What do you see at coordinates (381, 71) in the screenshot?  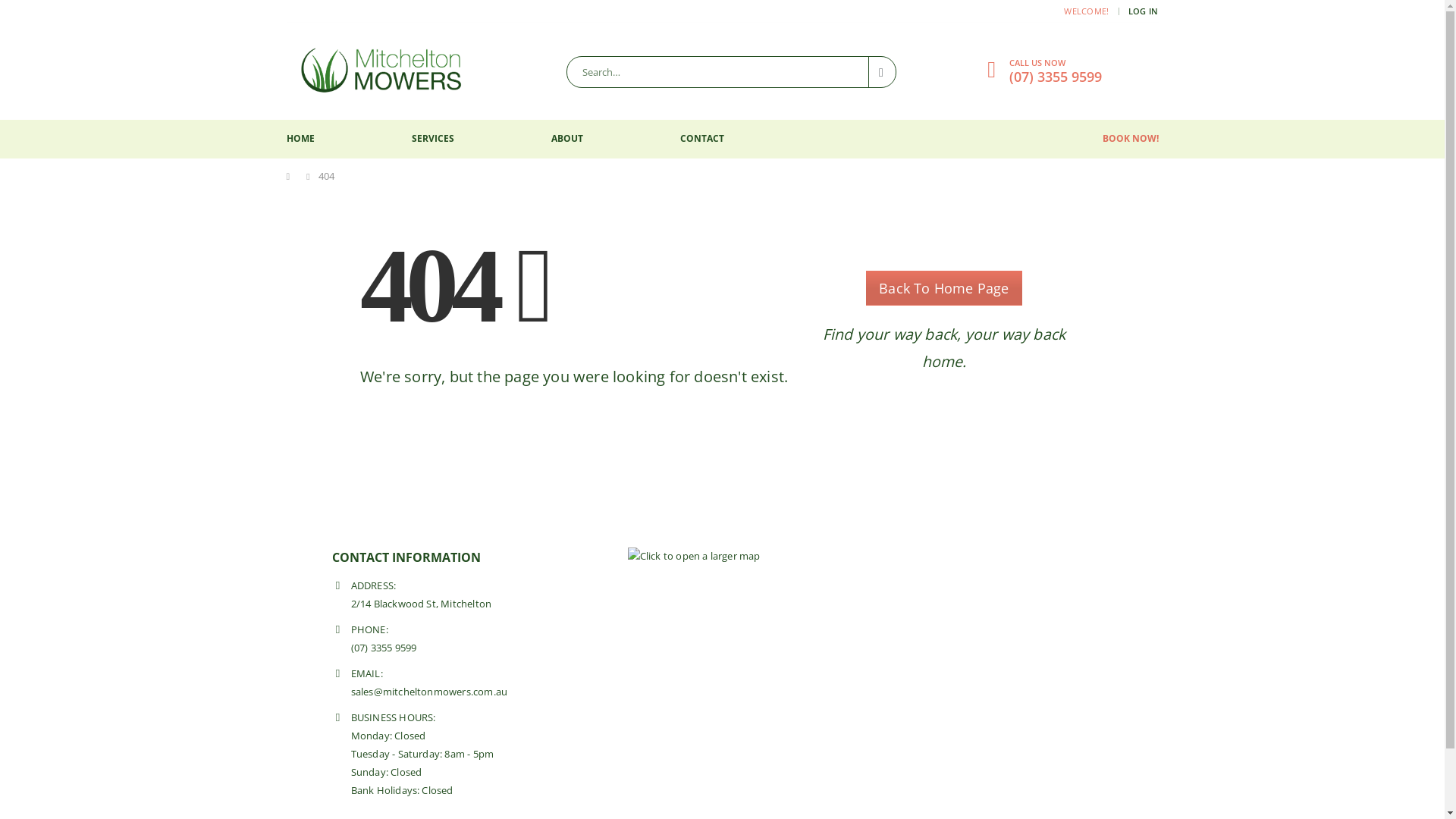 I see `'Mitchelton Mowers - Your Local Mower Store'` at bounding box center [381, 71].